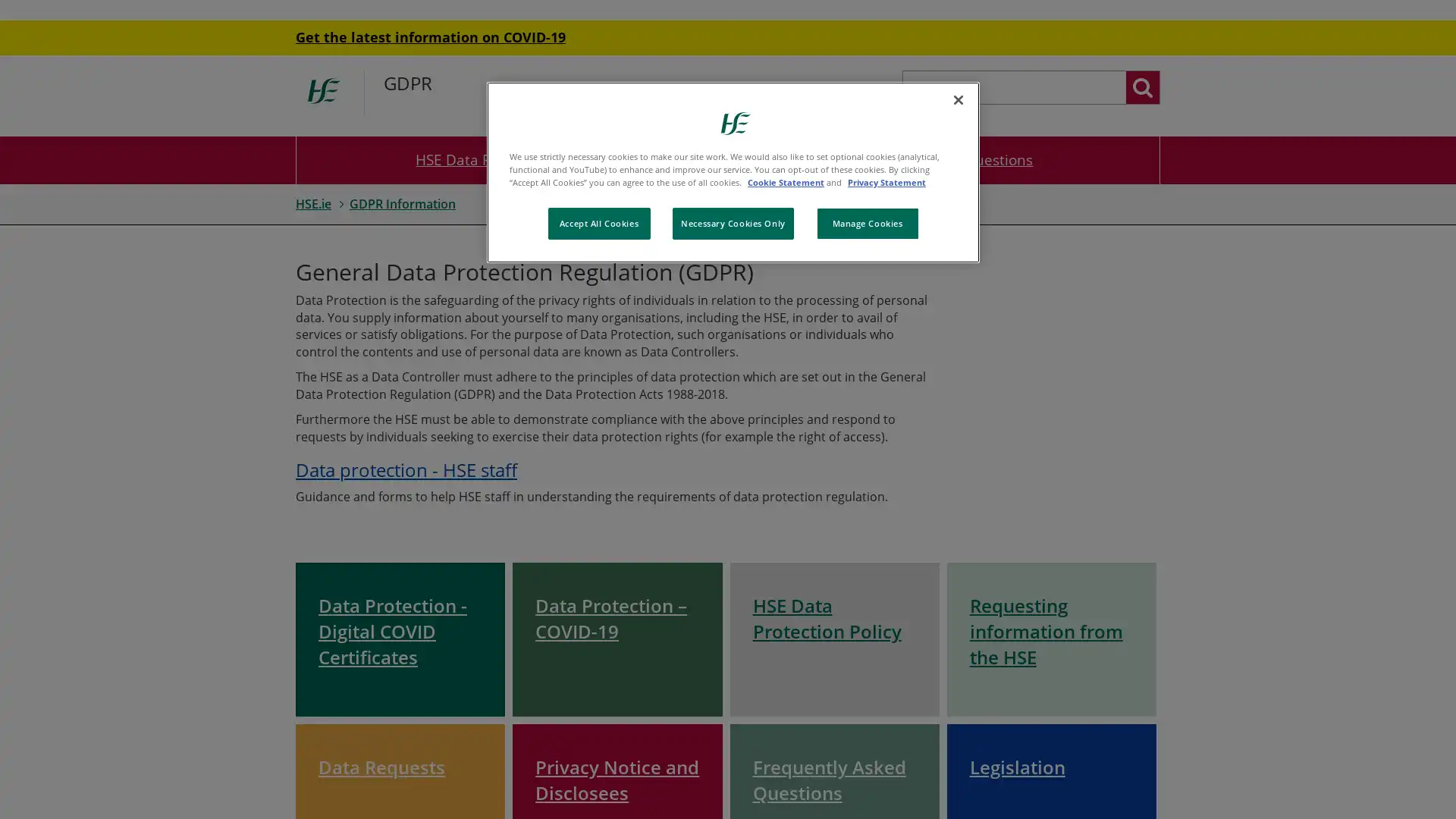 The image size is (1456, 819). I want to click on Close, so click(957, 99).